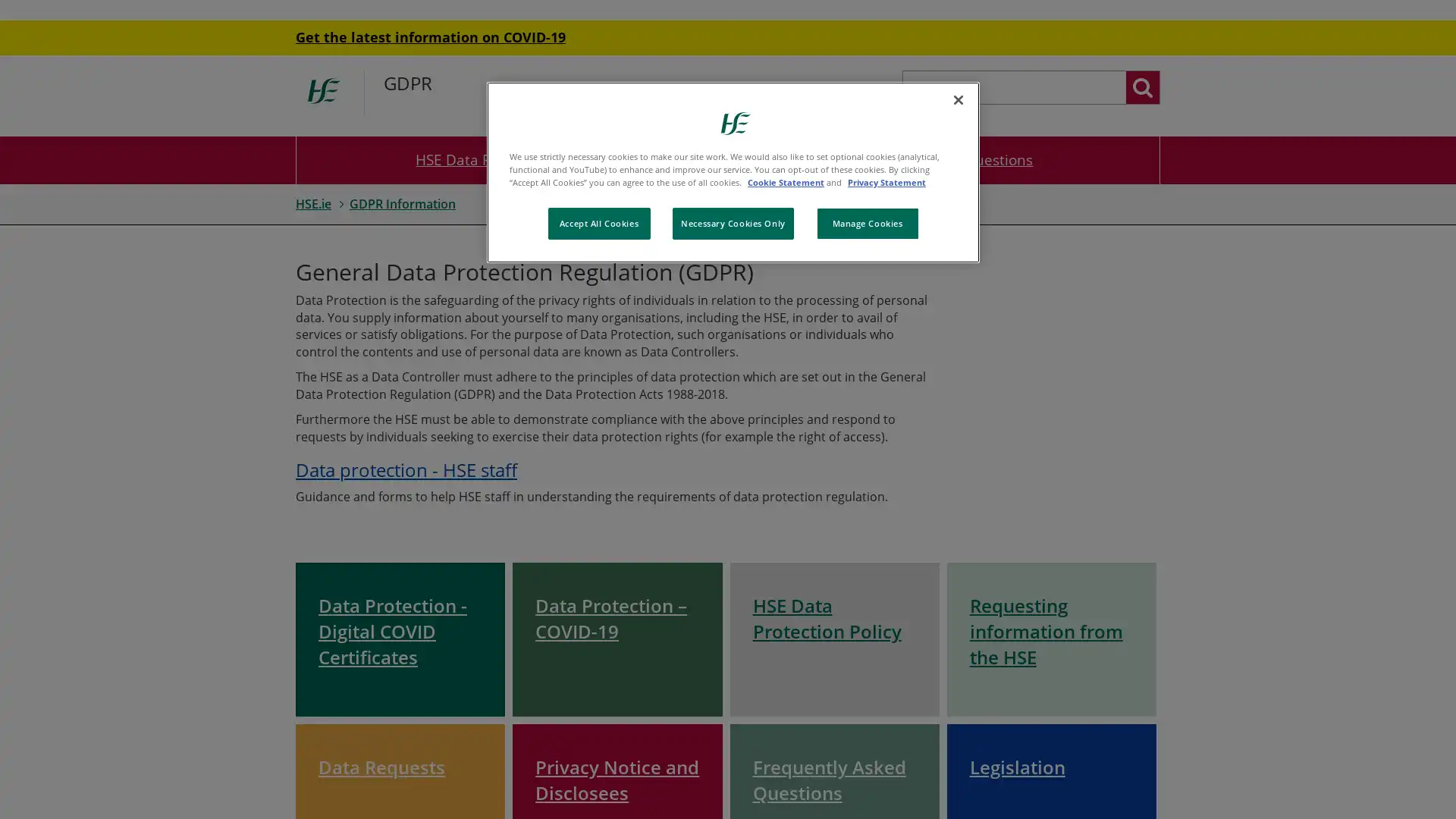 The image size is (1456, 819). I want to click on Close, so click(957, 99).